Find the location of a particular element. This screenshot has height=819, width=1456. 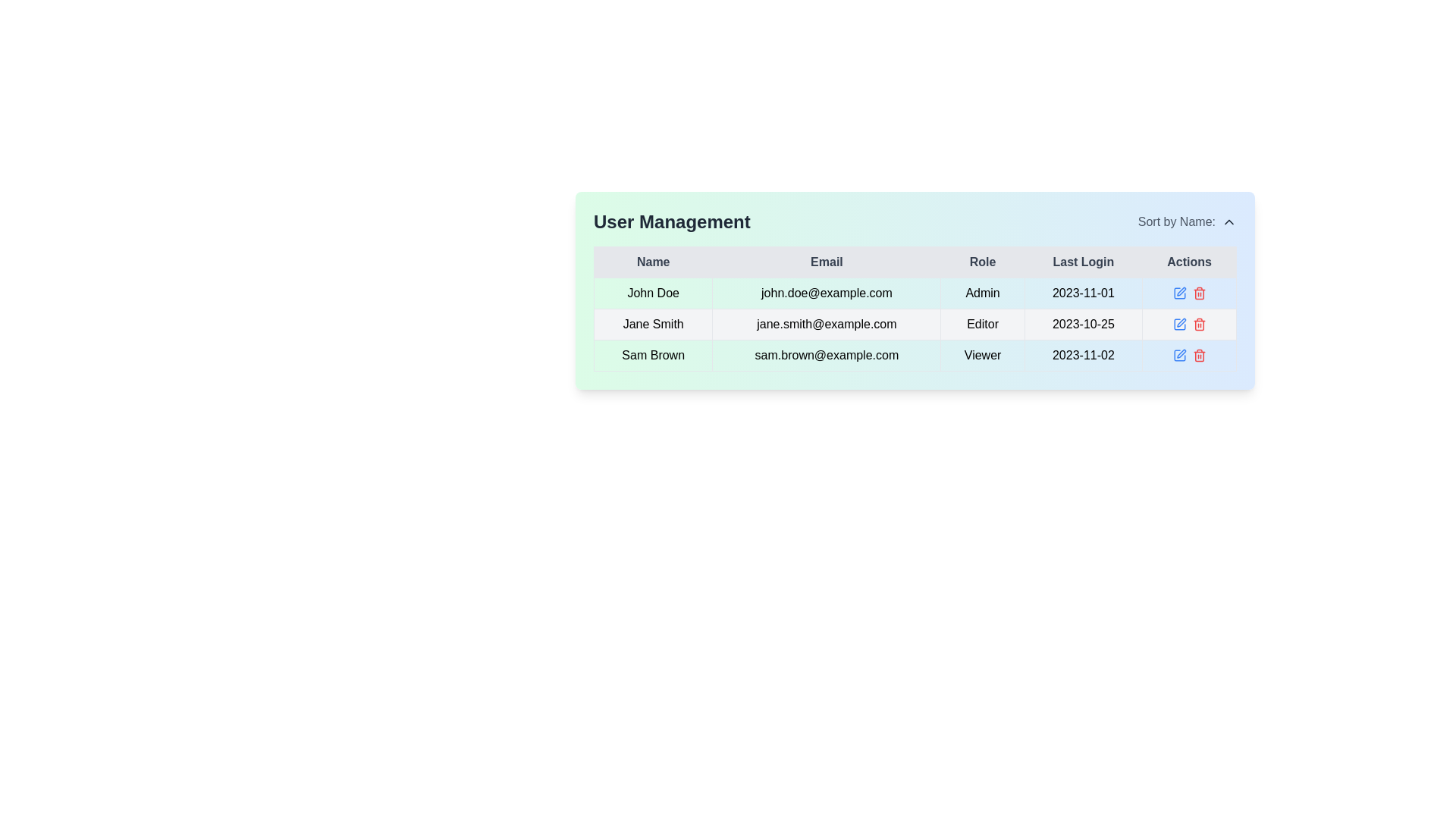

the first row in the user management table that contains details for 'John Doe', highlighting the row is located at coordinates (914, 293).